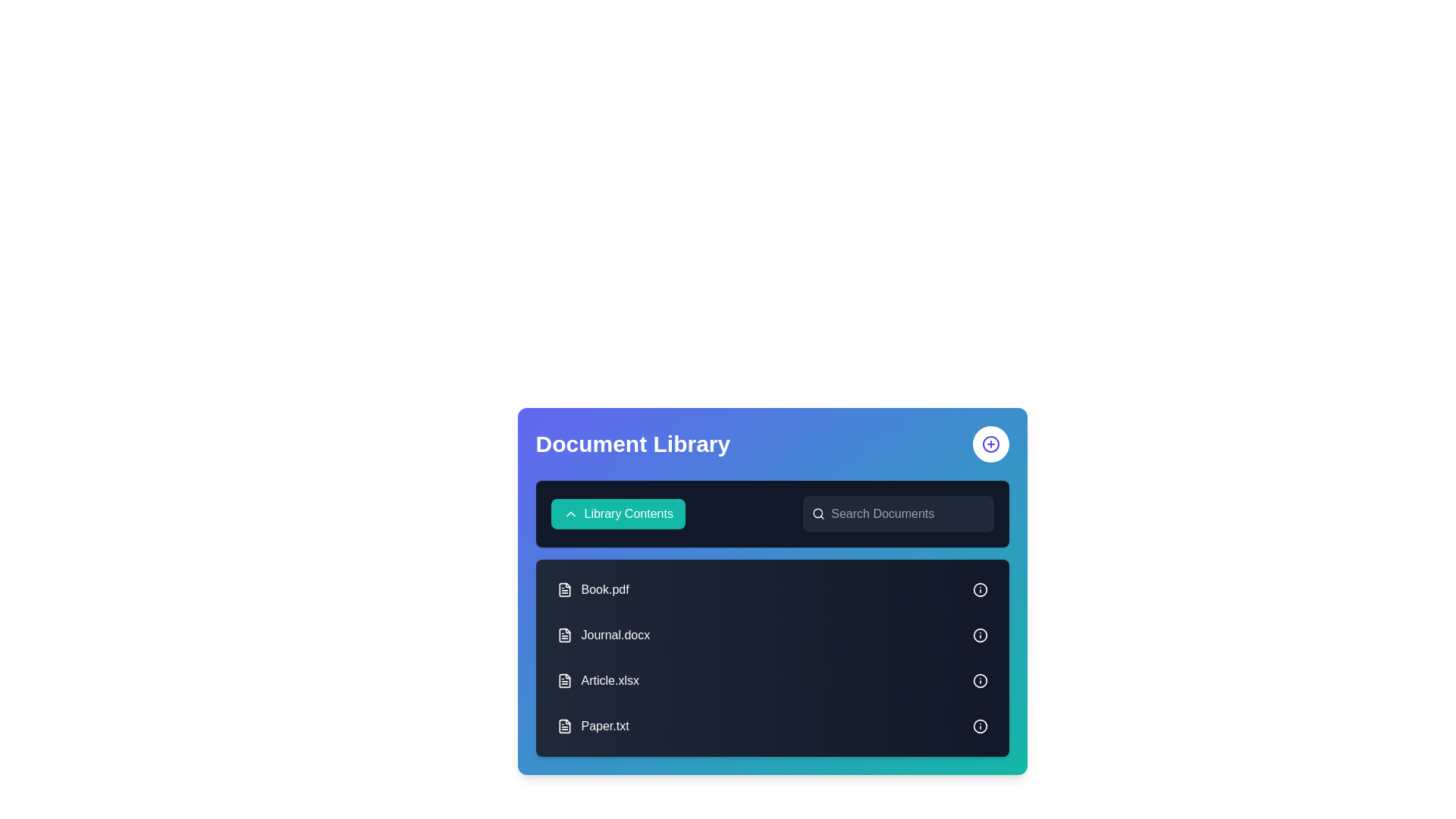 The image size is (1456, 819). I want to click on the SVG icon representing the document symbol located to the left of the text 'Article.xlsx', so click(563, 680).